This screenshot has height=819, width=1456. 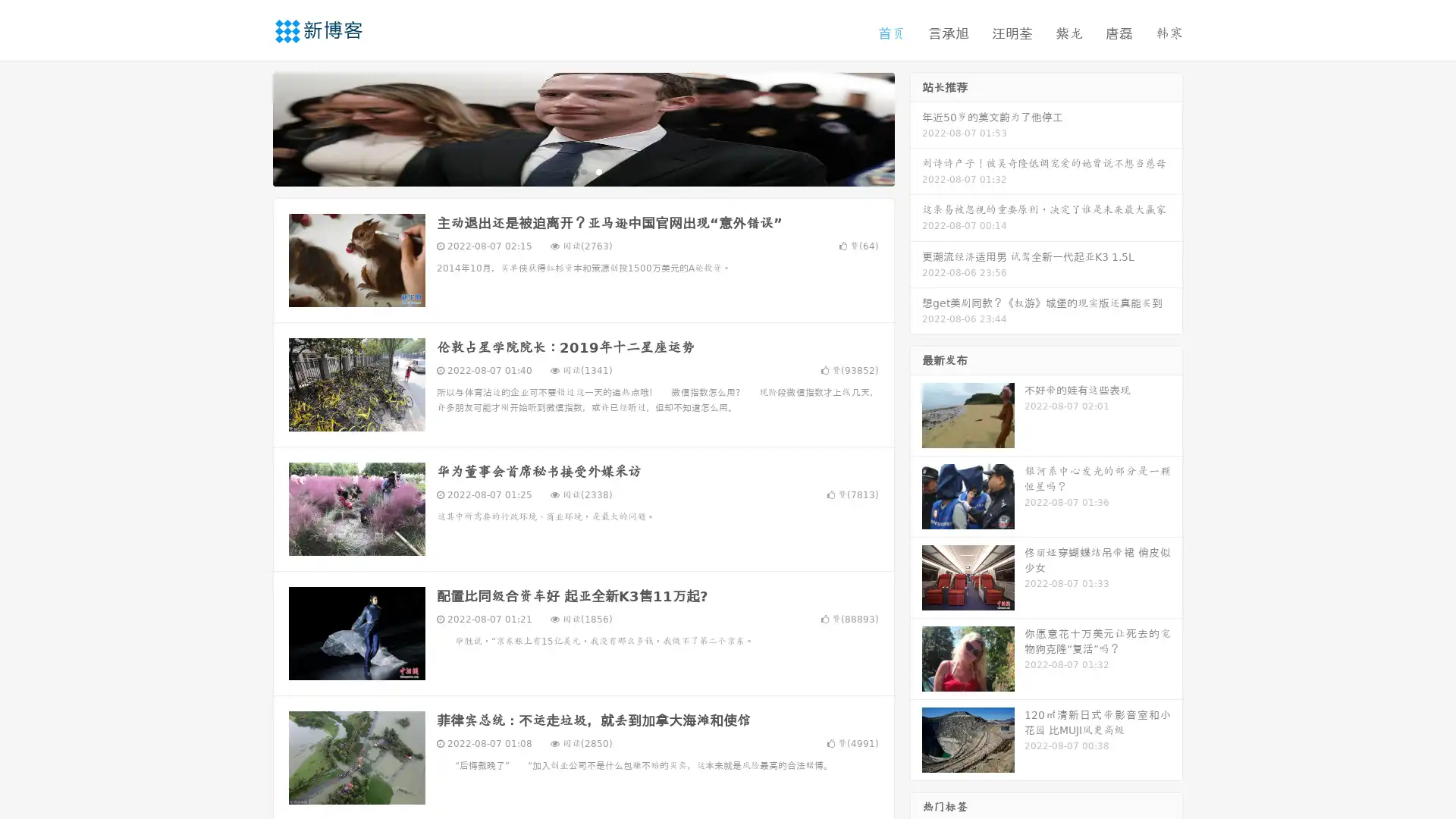 What do you see at coordinates (916, 127) in the screenshot?
I see `Next slide` at bounding box center [916, 127].